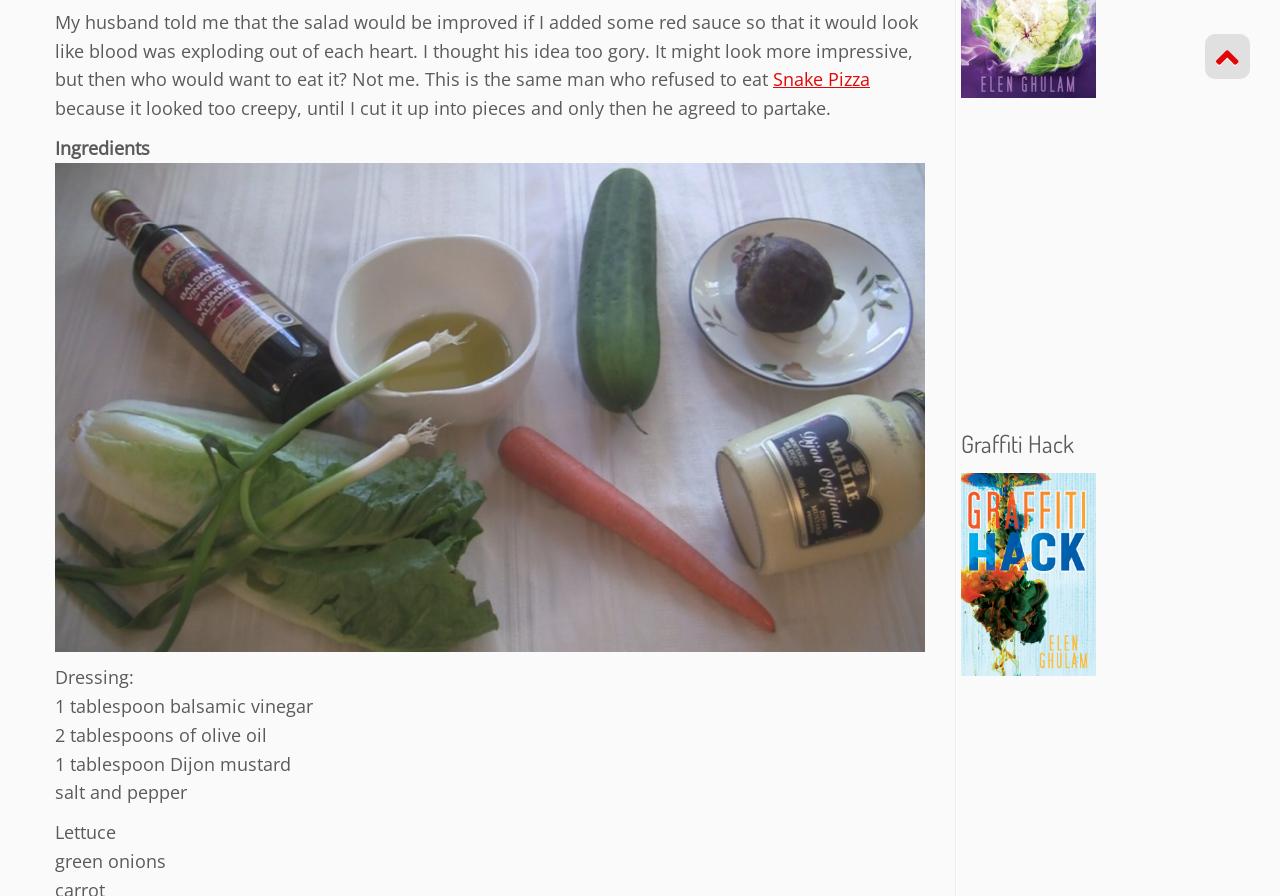 Image resolution: width=1280 pixels, height=896 pixels. Describe the element at coordinates (55, 147) in the screenshot. I see `'Ingredients'` at that location.